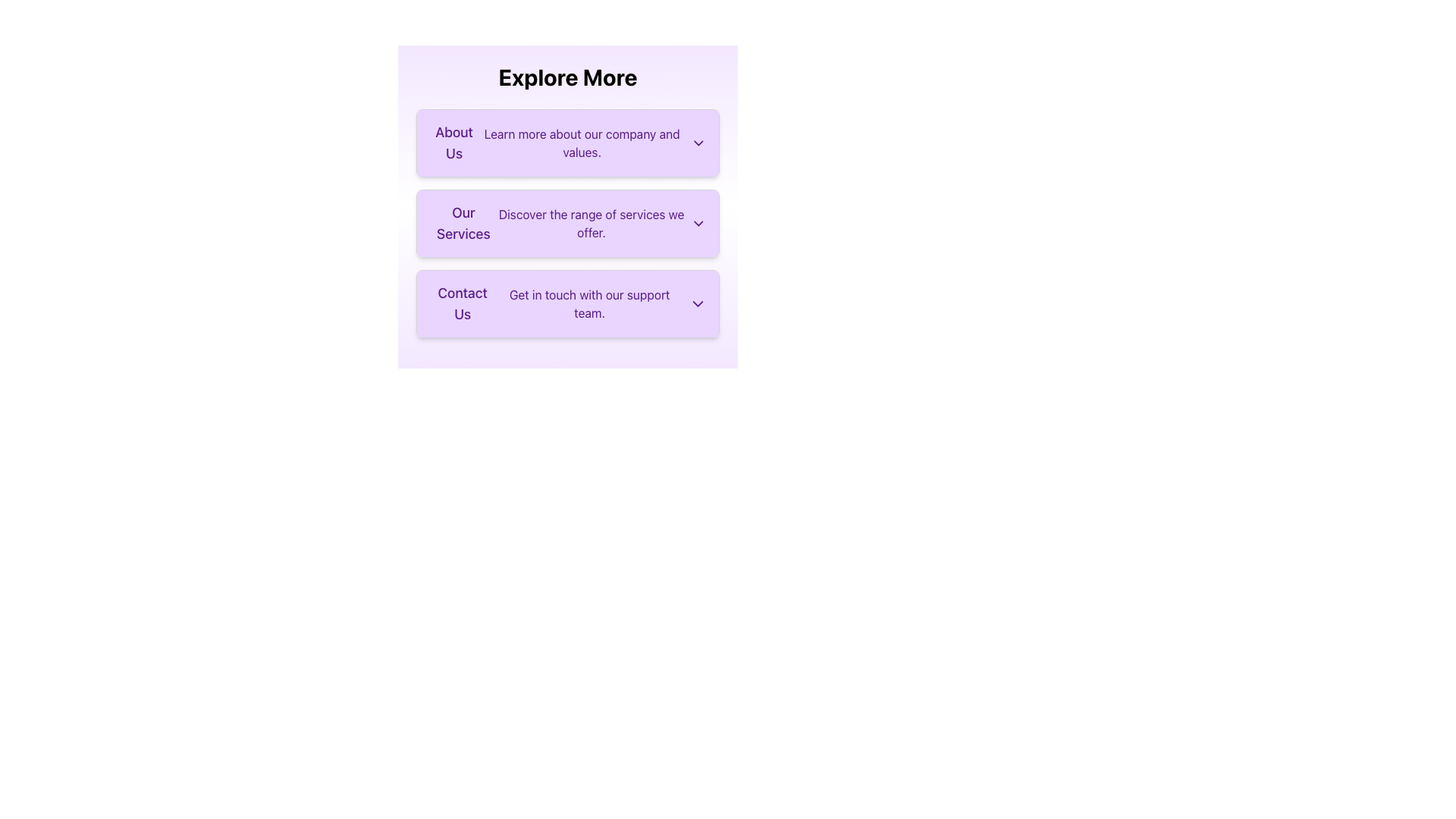 This screenshot has width=1456, height=819. What do you see at coordinates (566, 304) in the screenshot?
I see `the 'Contact Us' informative panel, which has a light purple background, bold text, and a downward-chevron icon` at bounding box center [566, 304].